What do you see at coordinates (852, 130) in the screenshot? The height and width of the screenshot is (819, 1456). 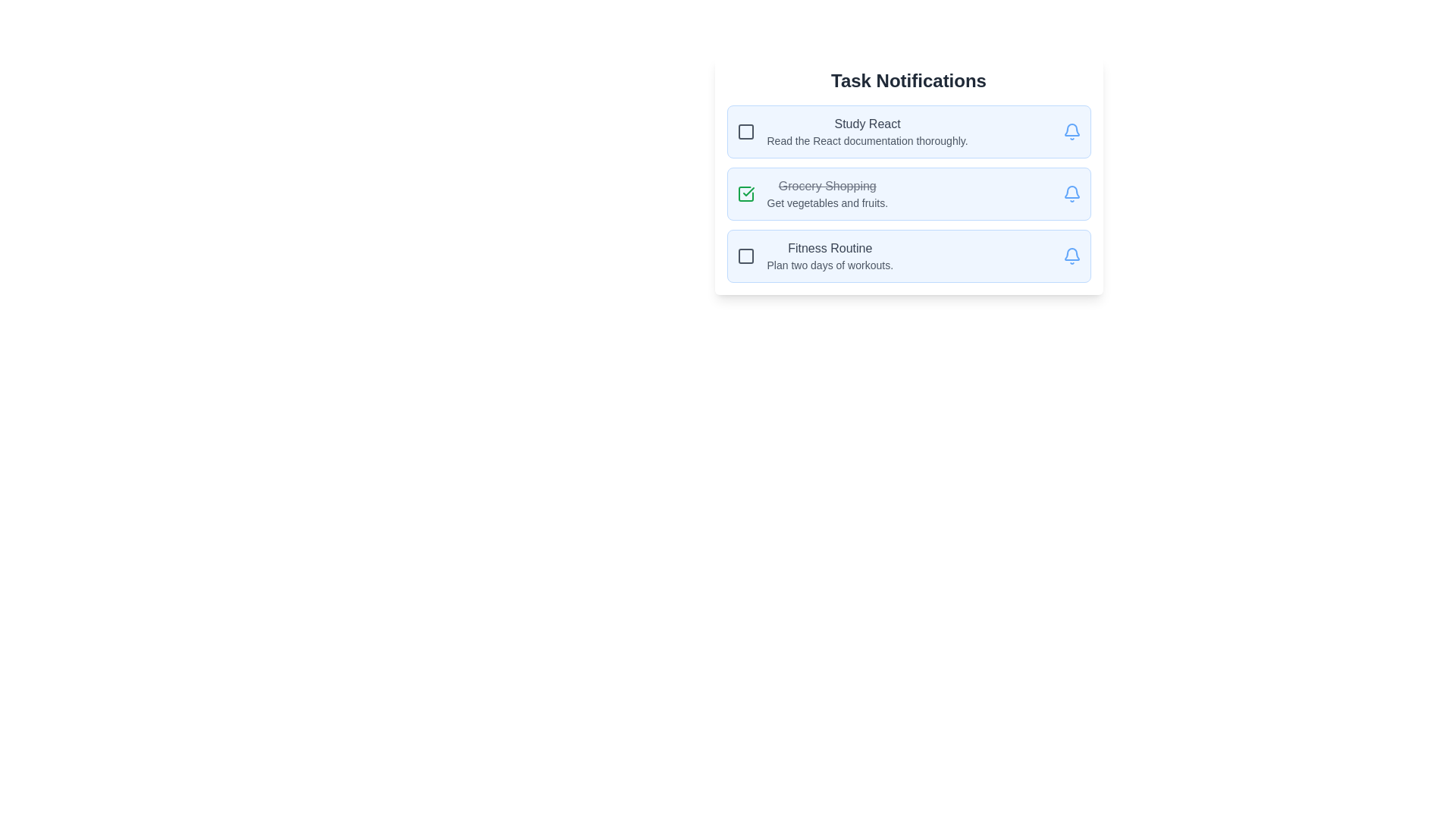 I see `the first checklist item titled 'Study React' in the 'Task Notifications' section` at bounding box center [852, 130].